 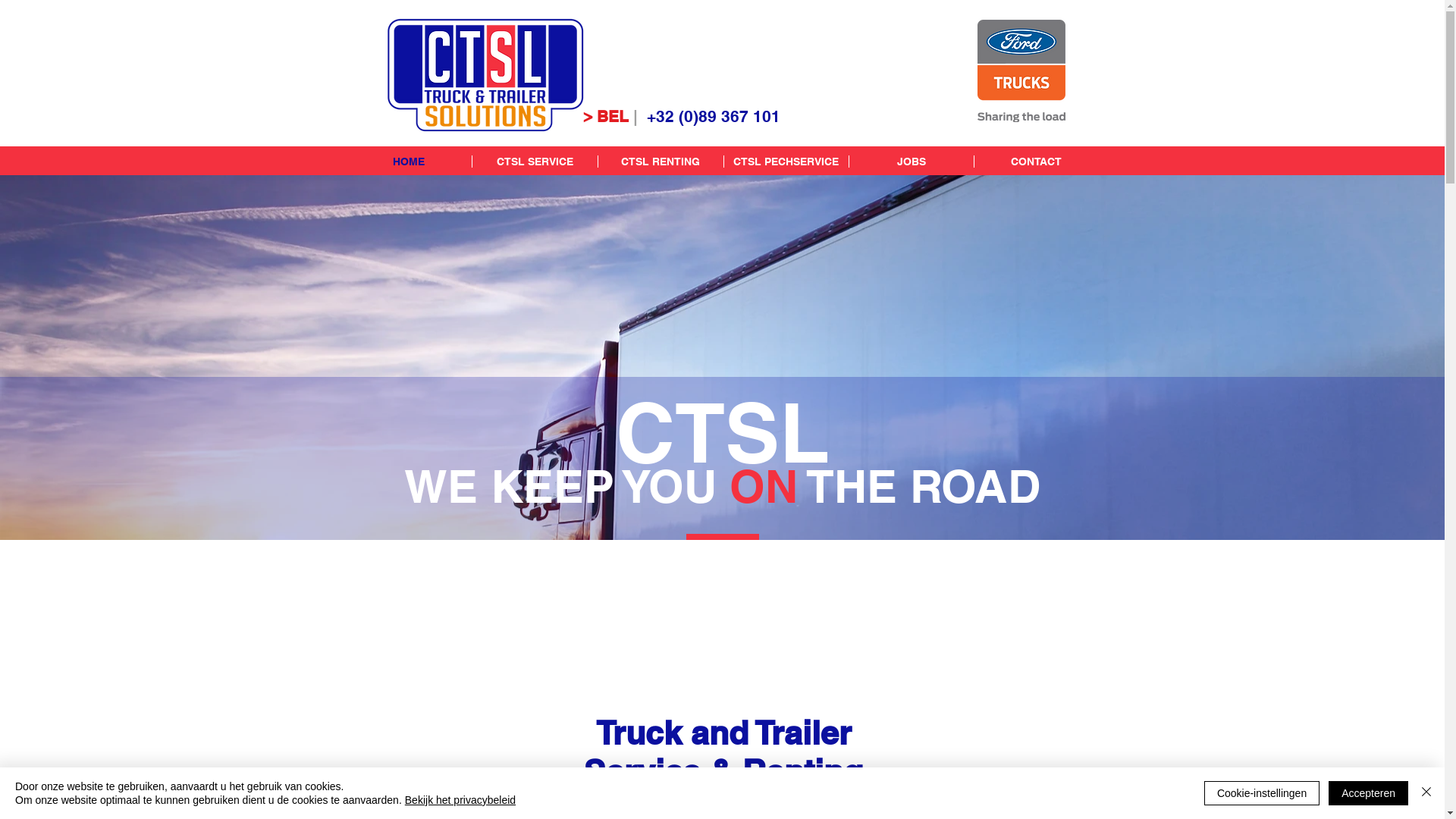 What do you see at coordinates (1368, 792) in the screenshot?
I see `'Accepteren'` at bounding box center [1368, 792].